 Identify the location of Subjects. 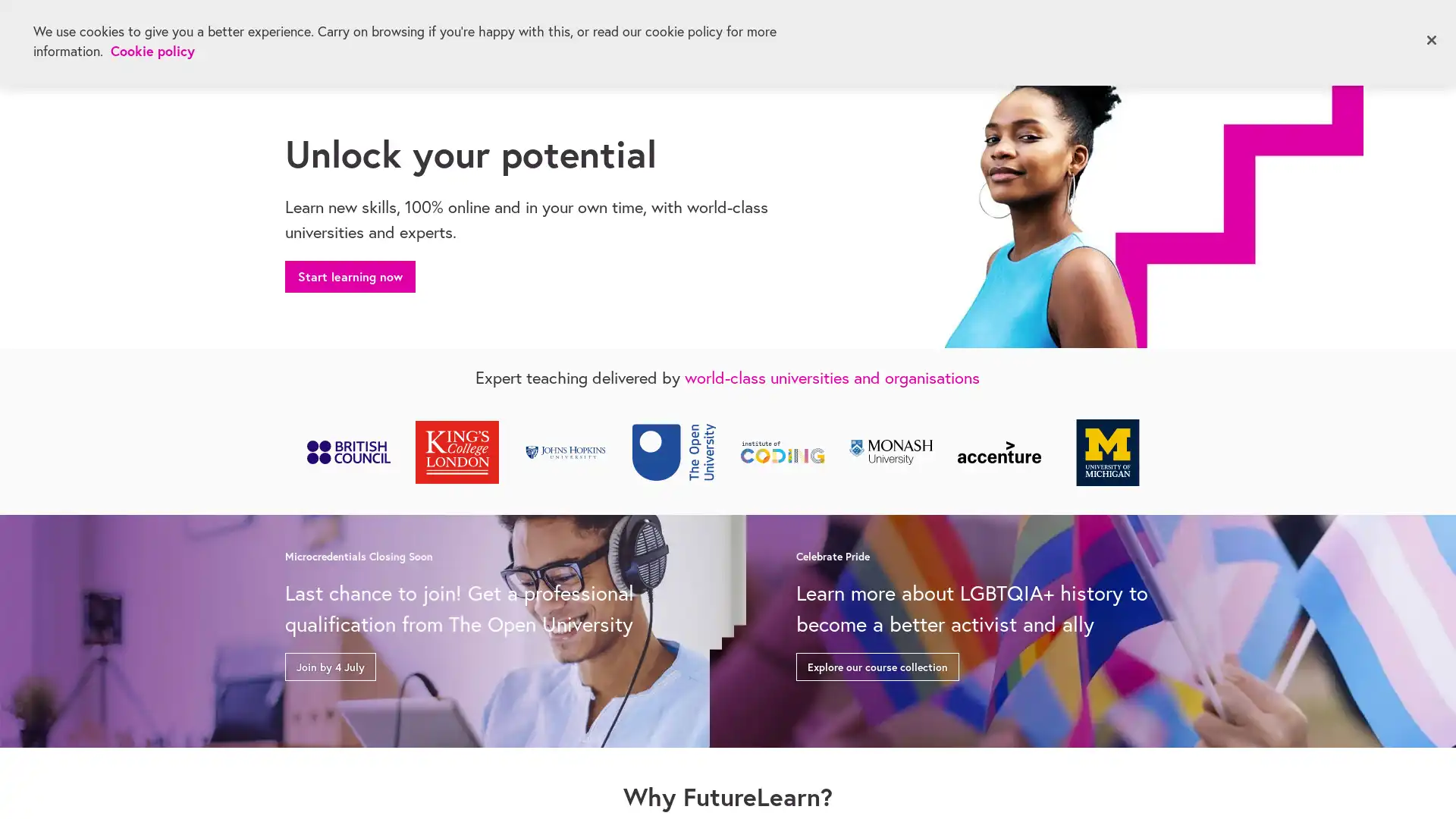
(323, 37).